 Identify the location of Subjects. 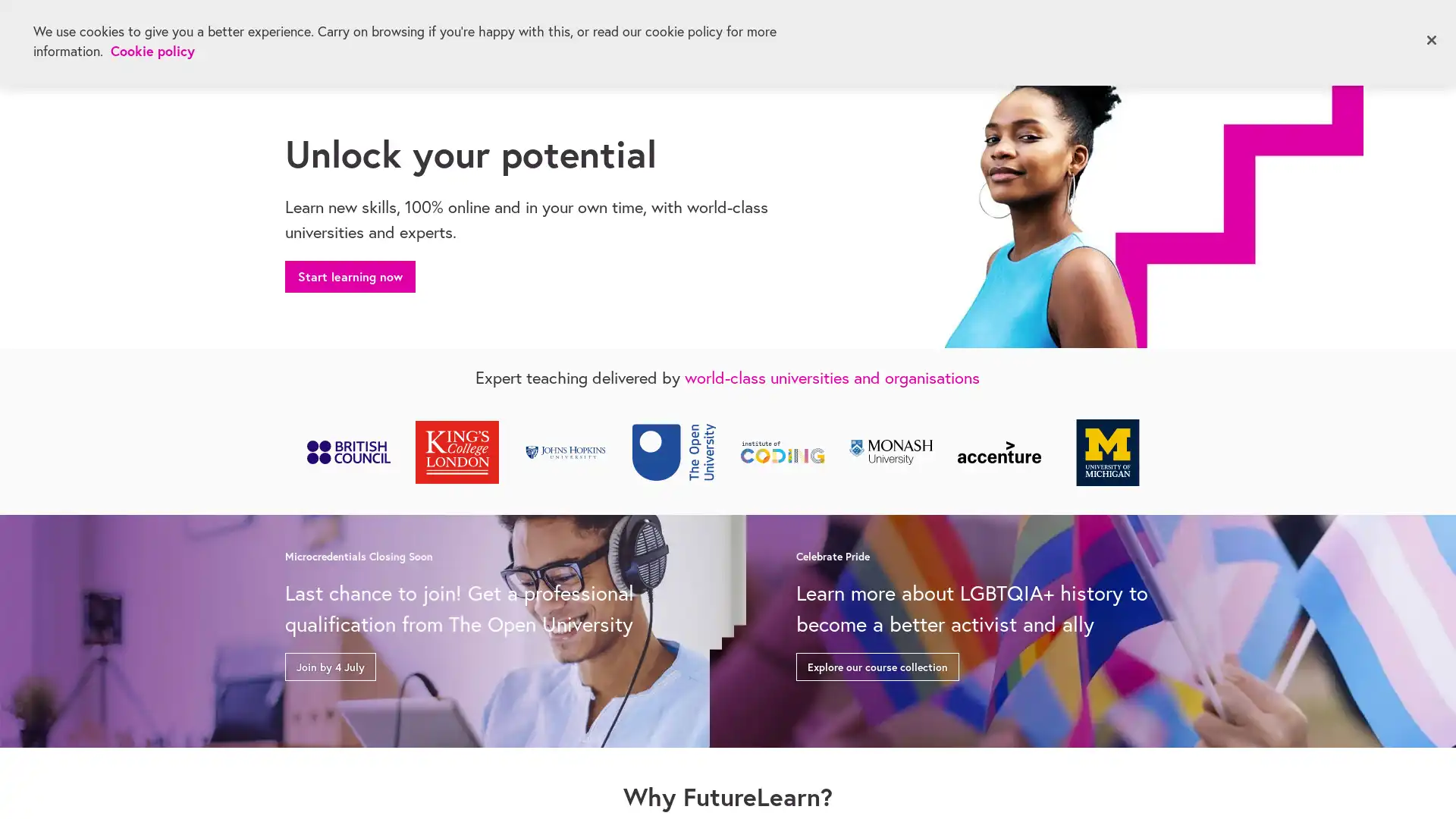
(323, 37).